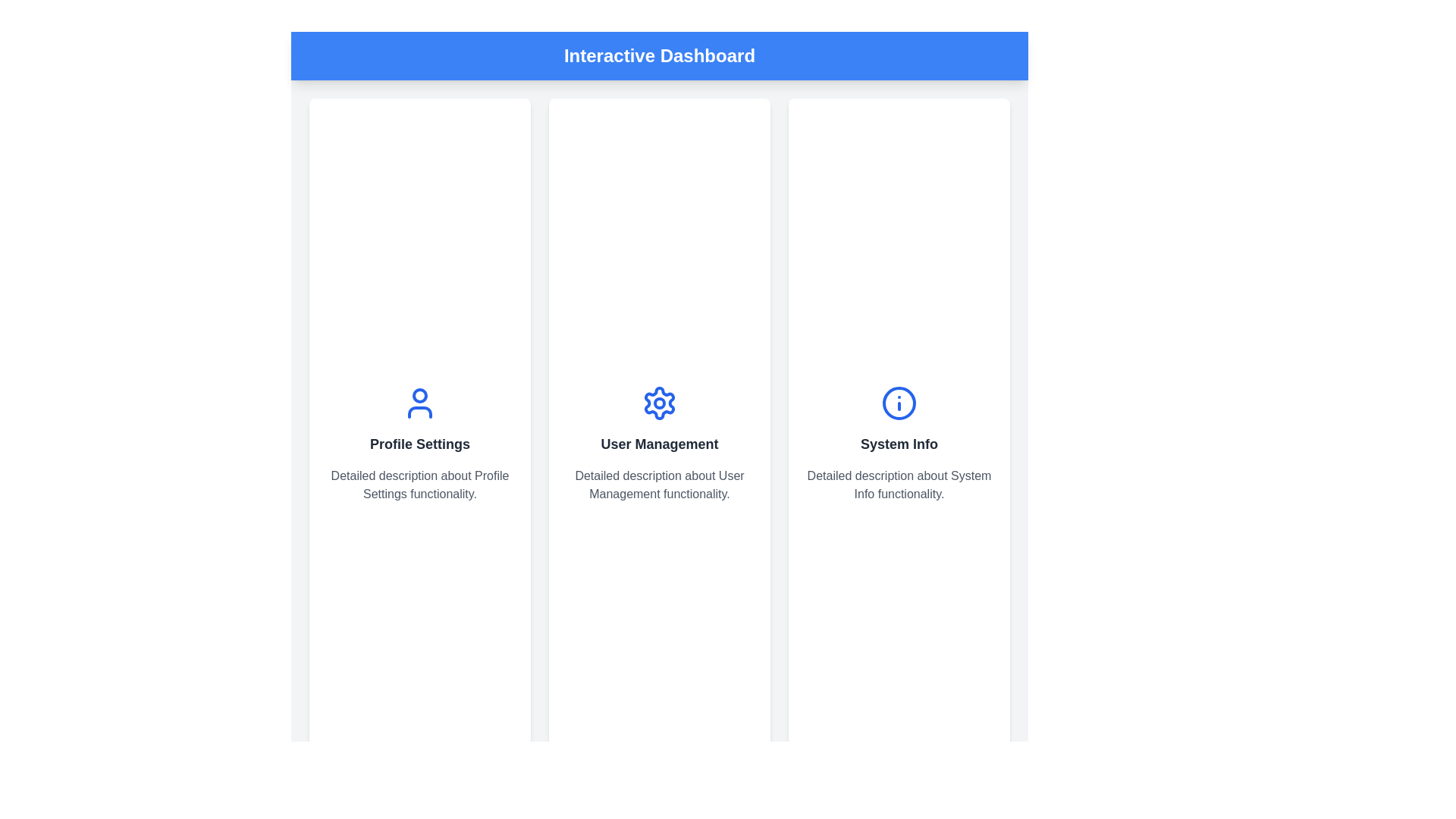 The height and width of the screenshot is (819, 1456). What do you see at coordinates (899, 485) in the screenshot?
I see `the gray-colored text that states 'Detailed description about System Info functionality.' It is positioned within the 'System Info' card, beneath the heading and the blue circular icon` at bounding box center [899, 485].